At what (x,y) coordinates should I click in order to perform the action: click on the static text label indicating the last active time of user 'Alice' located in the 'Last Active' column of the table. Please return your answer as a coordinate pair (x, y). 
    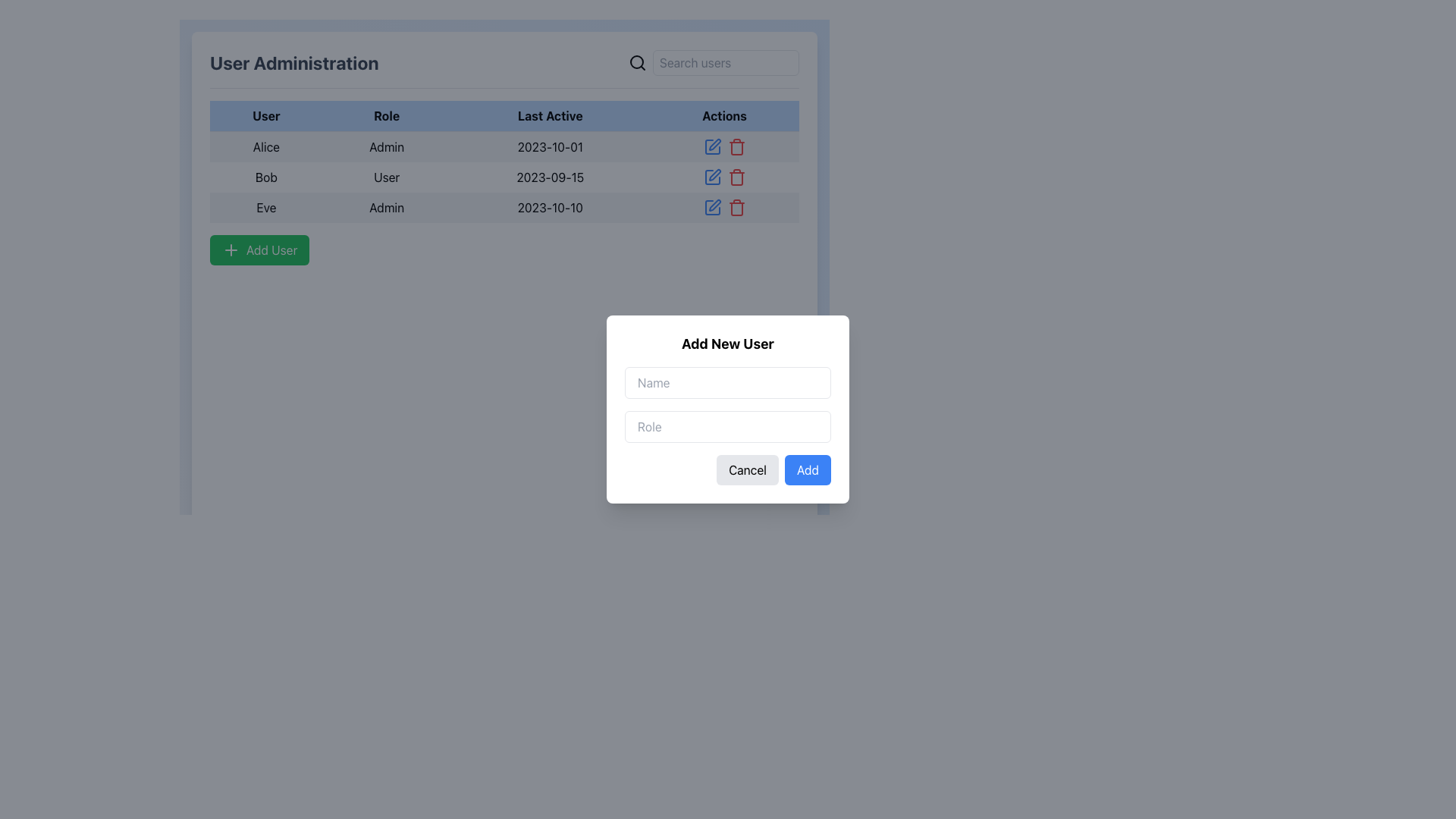
    Looking at the image, I should click on (549, 146).